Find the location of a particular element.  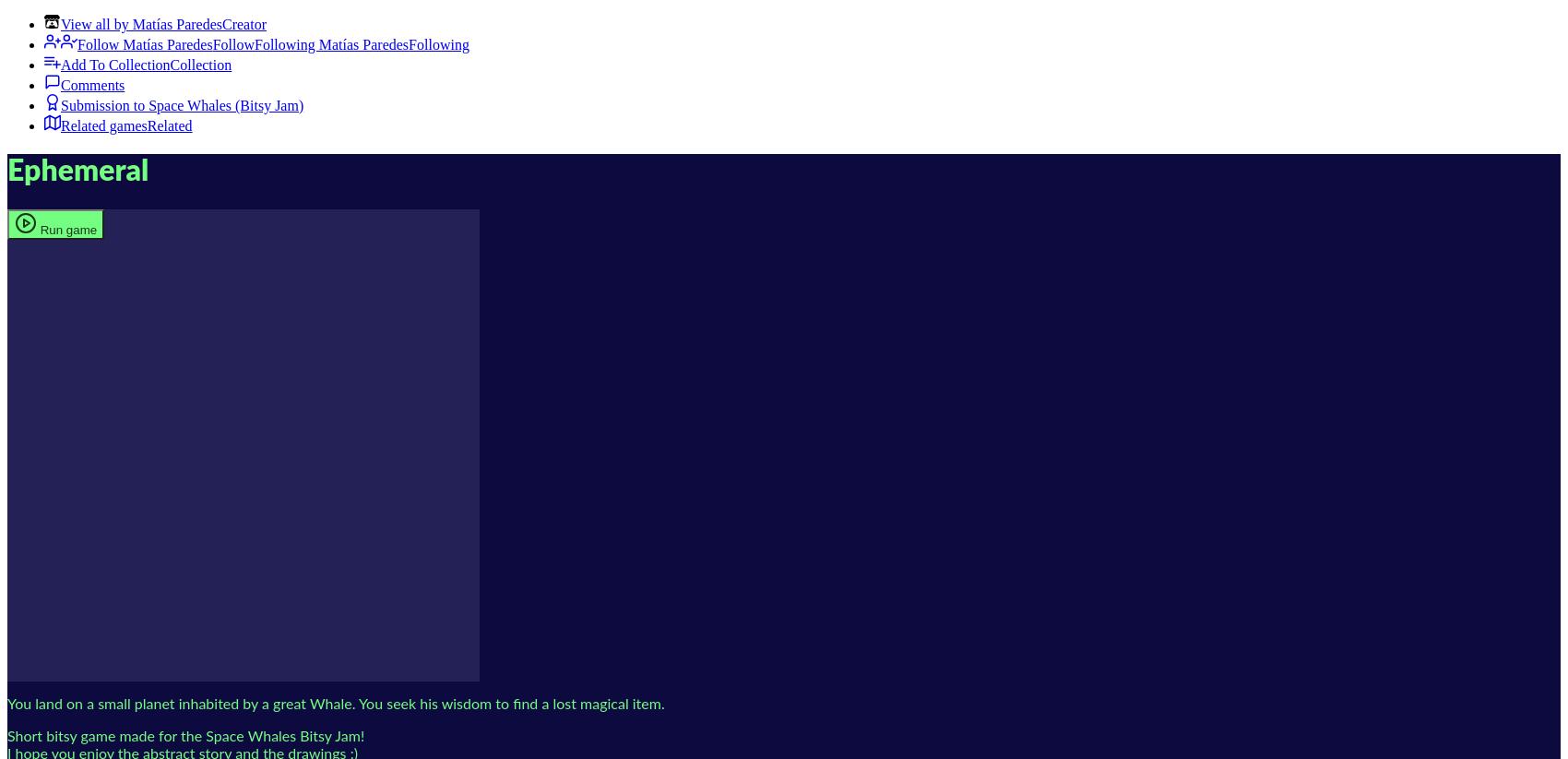

'Following' is located at coordinates (438, 44).